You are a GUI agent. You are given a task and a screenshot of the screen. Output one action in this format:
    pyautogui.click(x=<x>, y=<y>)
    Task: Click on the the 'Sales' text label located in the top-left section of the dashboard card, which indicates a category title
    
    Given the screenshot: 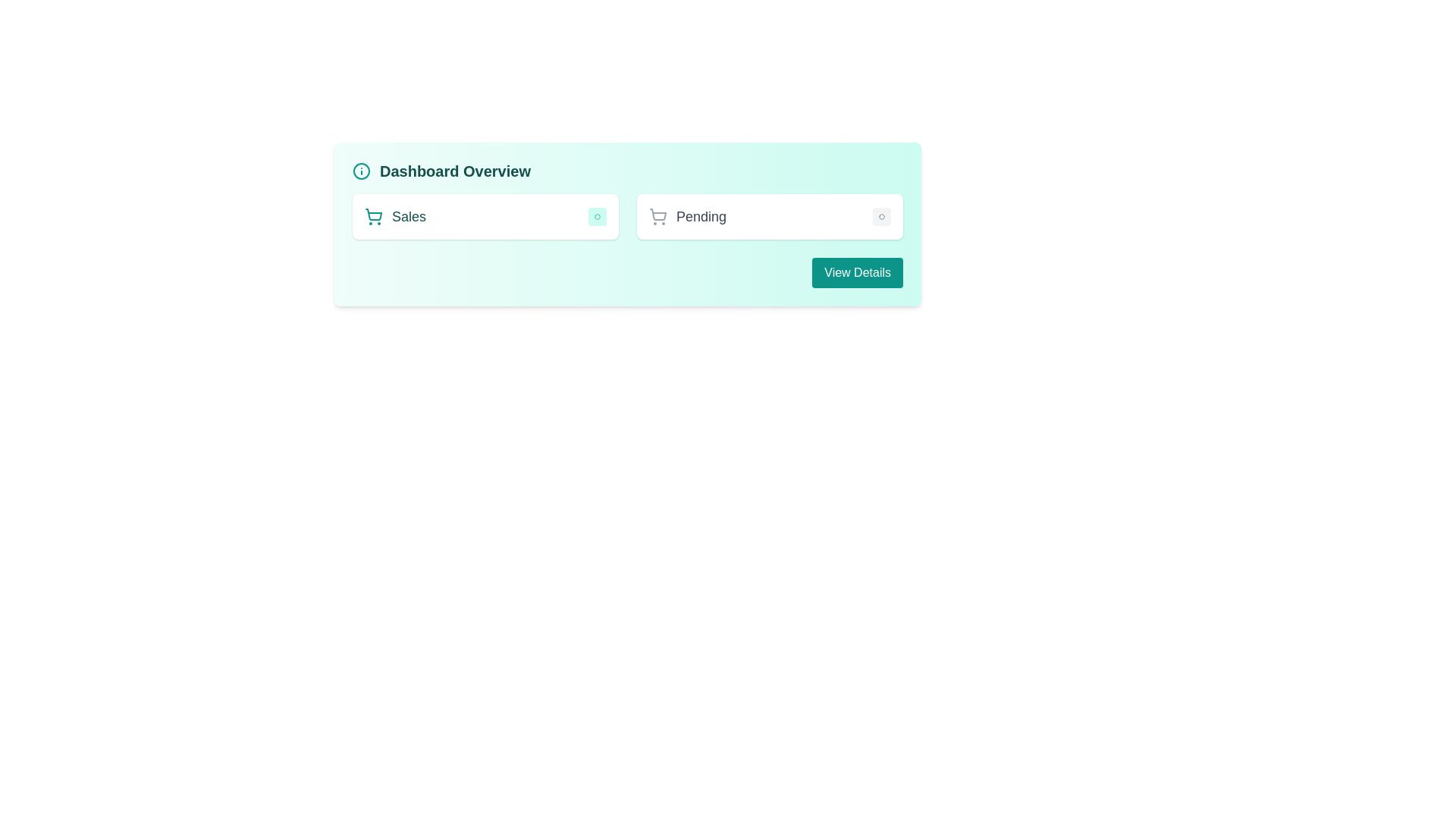 What is the action you would take?
    pyautogui.click(x=409, y=216)
    